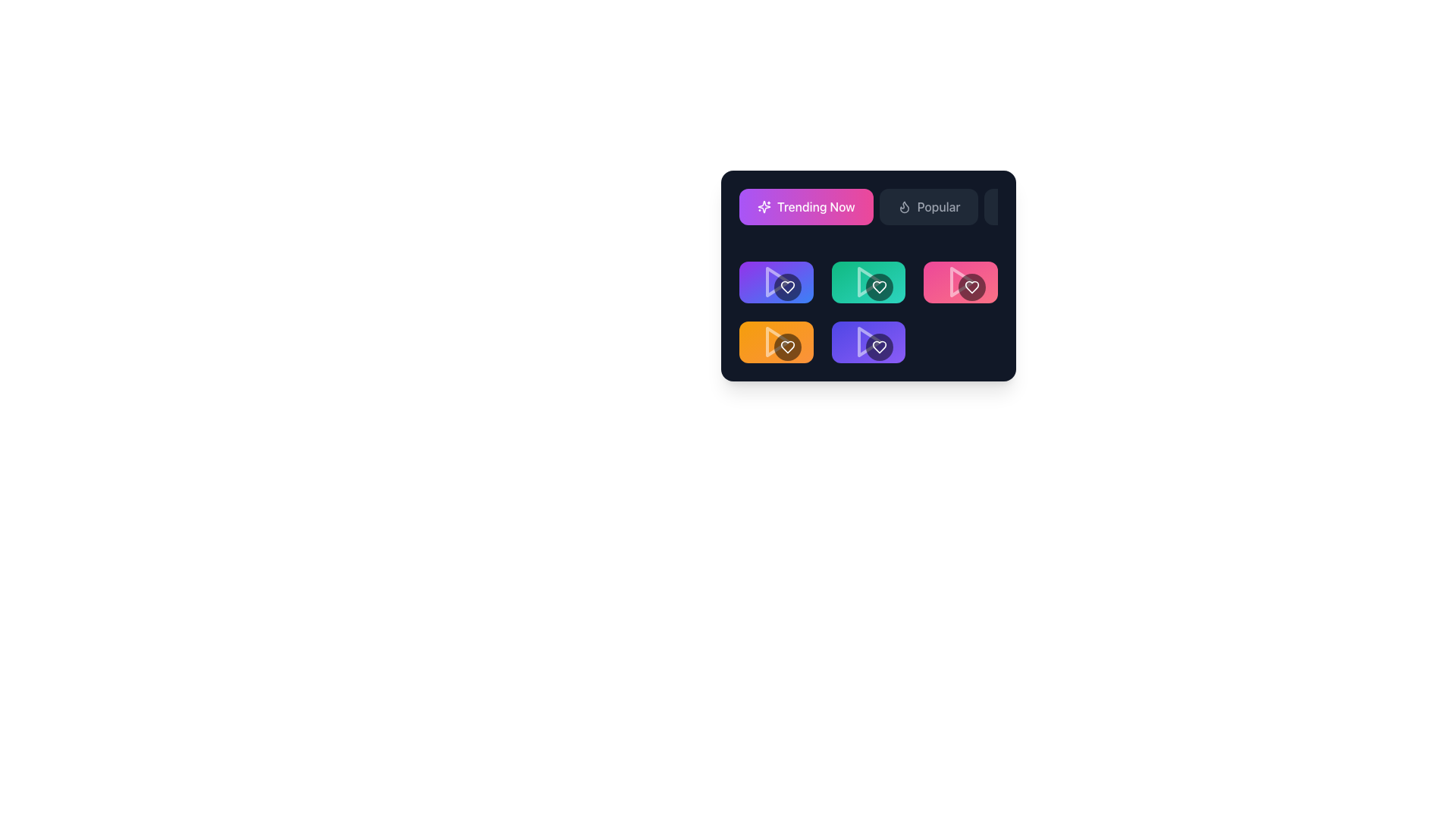 This screenshot has height=819, width=1456. I want to click on the heart-shaped interactive button with a semi-transparent black background located at the top-right corner of the video thumbnail card, so click(787, 347).